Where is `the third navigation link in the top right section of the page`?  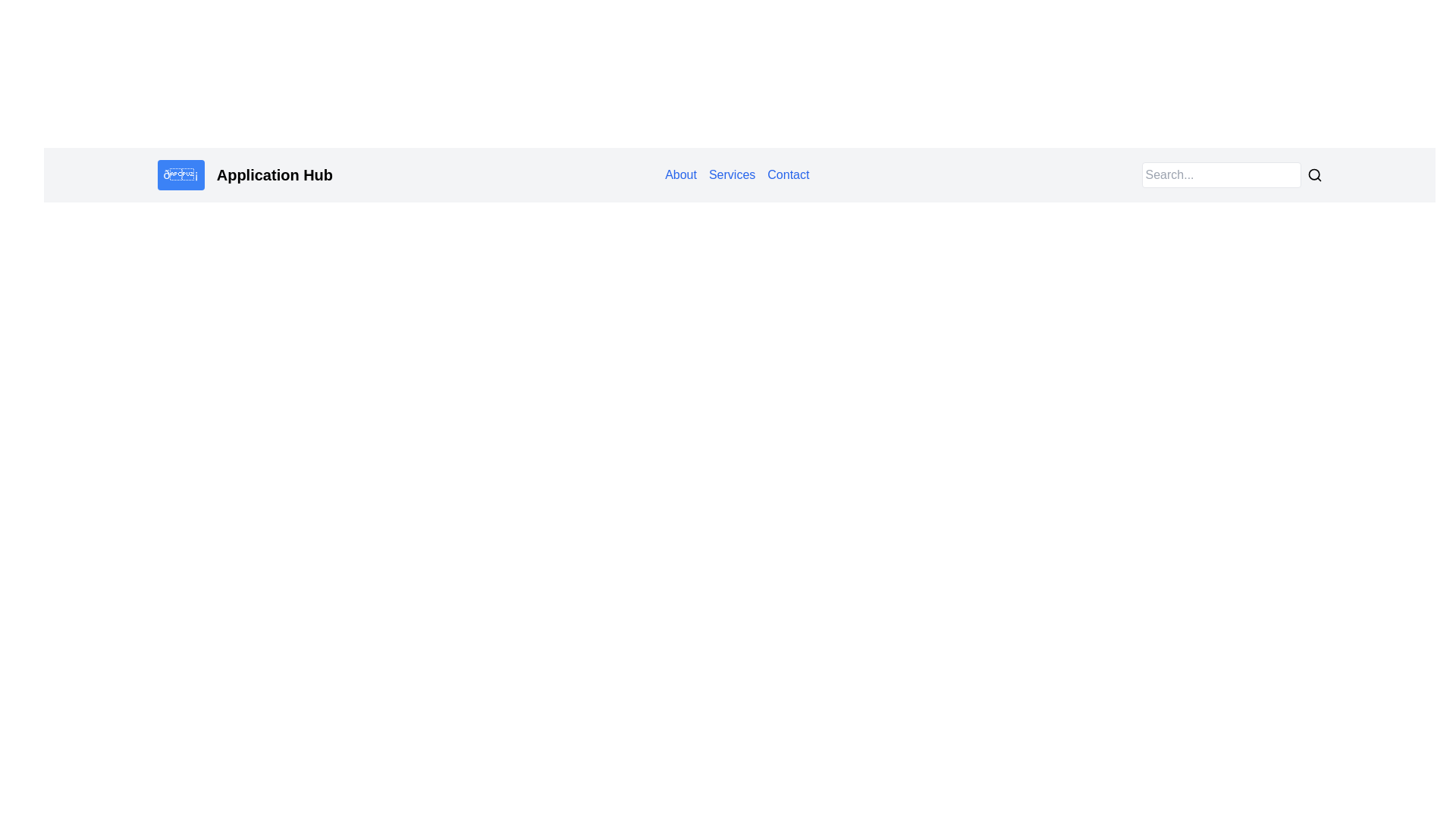
the third navigation link in the top right section of the page is located at coordinates (788, 174).